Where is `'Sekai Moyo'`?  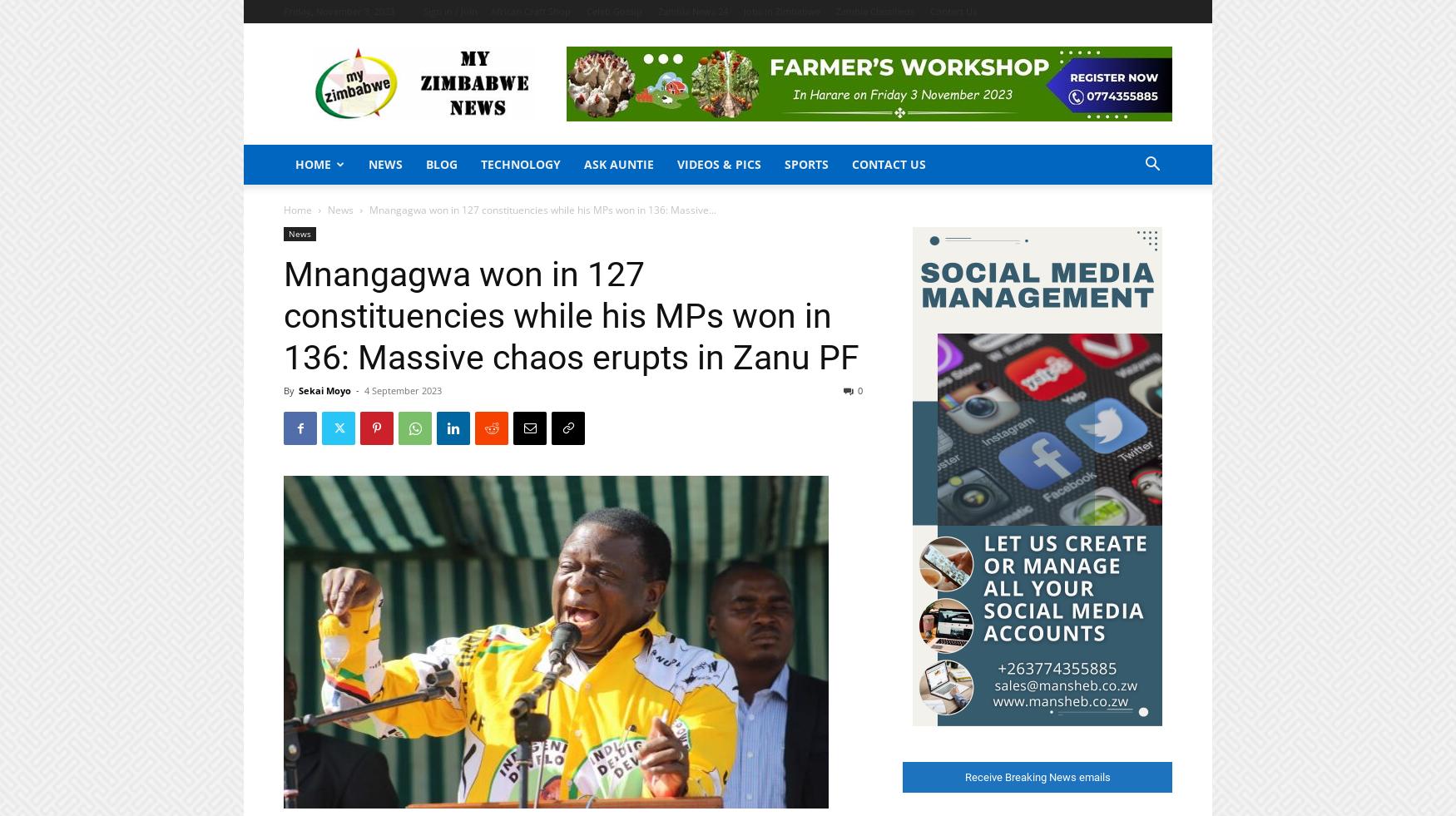
'Sekai Moyo' is located at coordinates (324, 389).